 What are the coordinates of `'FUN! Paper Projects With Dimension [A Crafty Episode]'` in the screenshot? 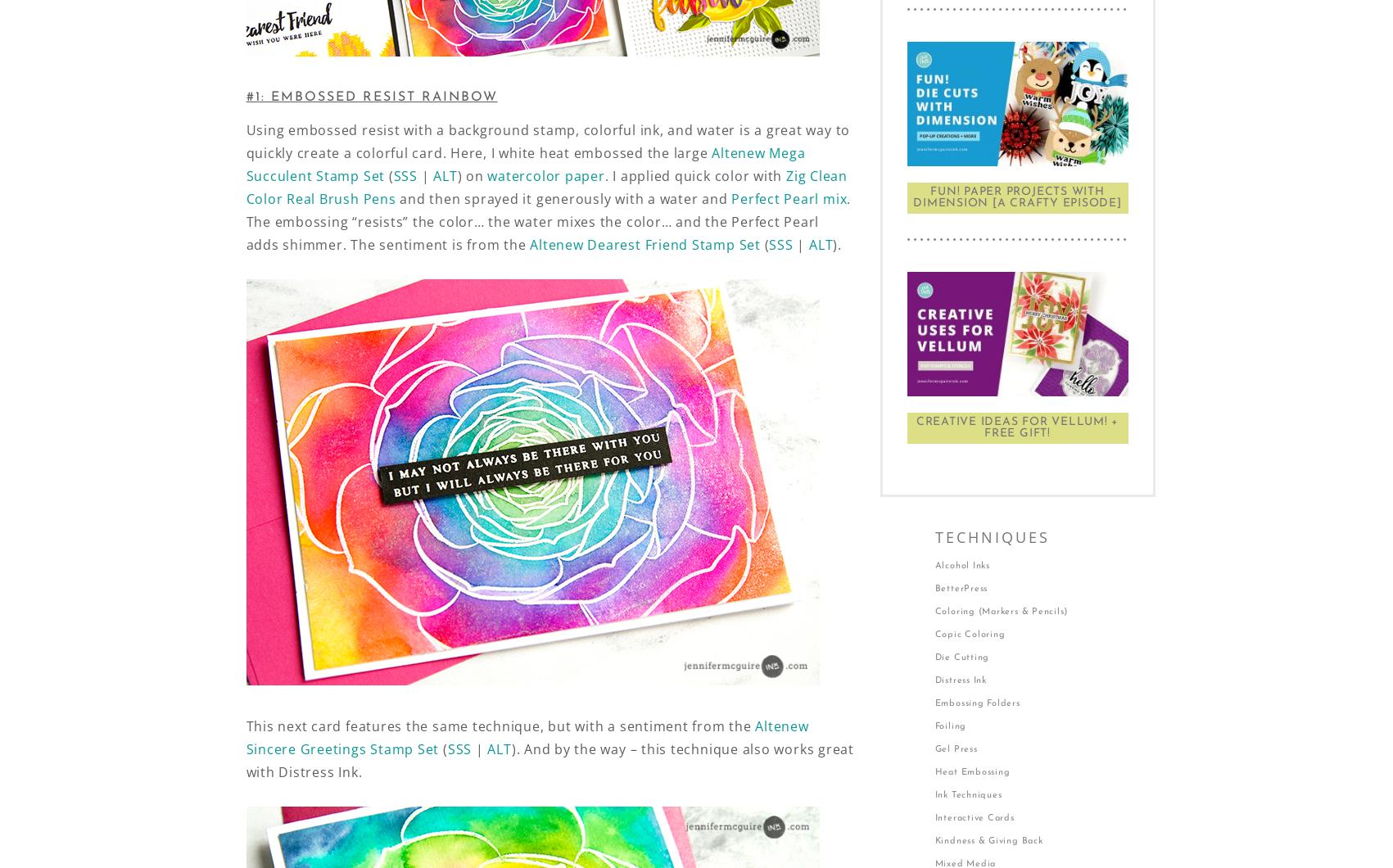 It's located at (1017, 196).